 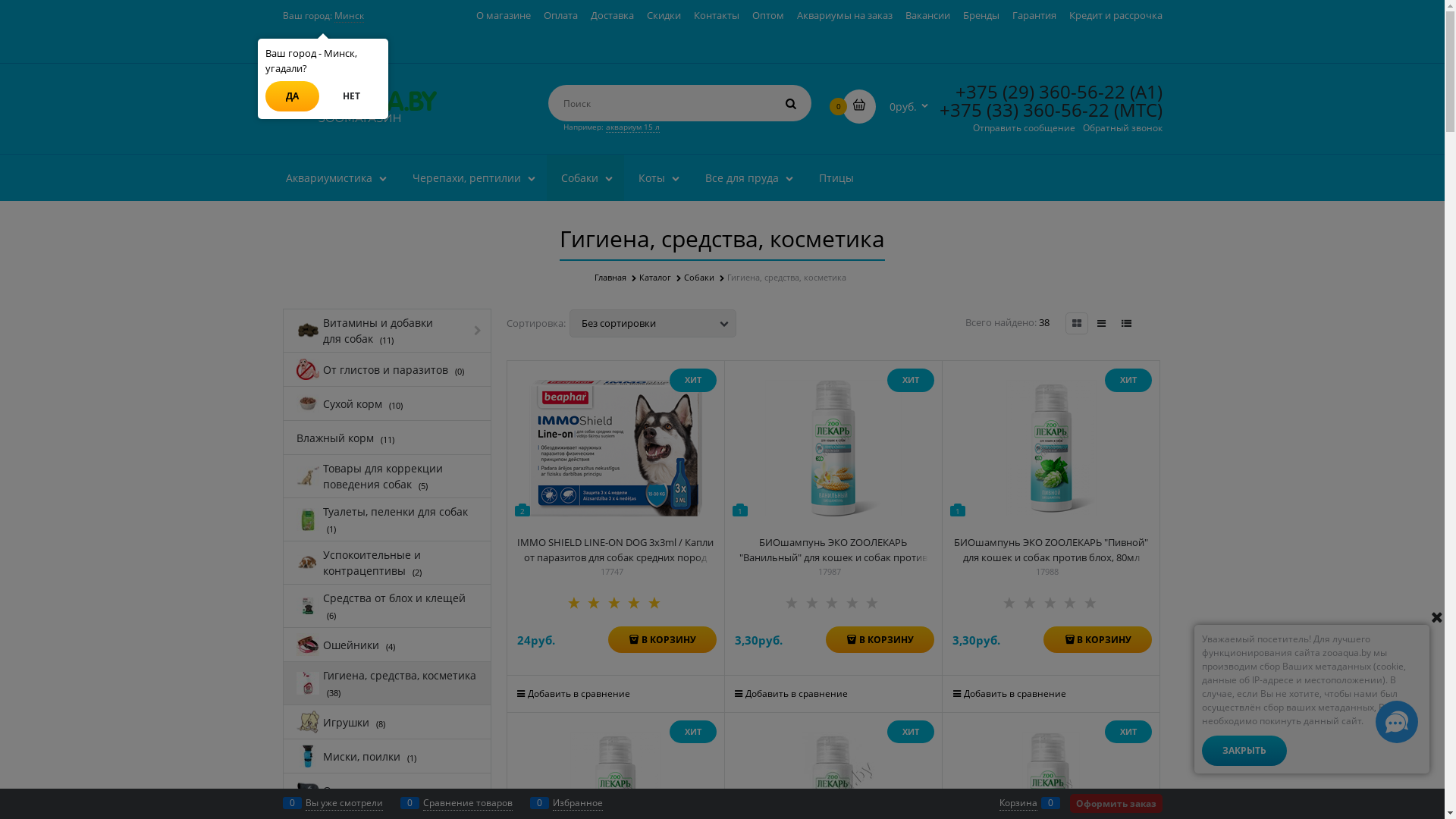 I want to click on '0', so click(x=858, y=105).